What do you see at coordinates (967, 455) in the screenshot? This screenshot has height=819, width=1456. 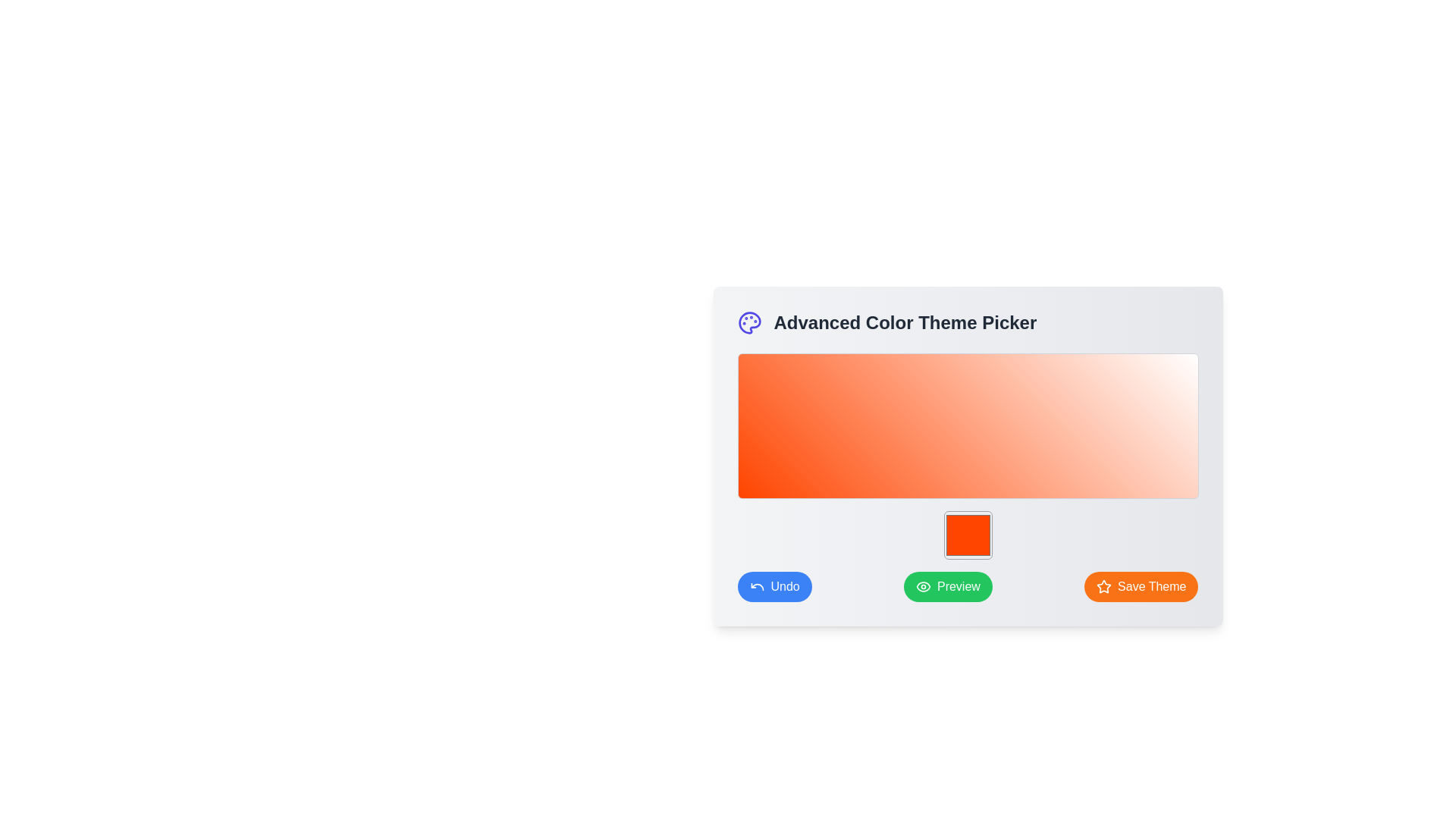 I see `the Gradient Preview Panel, which features a vibrant red to white gradient background` at bounding box center [967, 455].